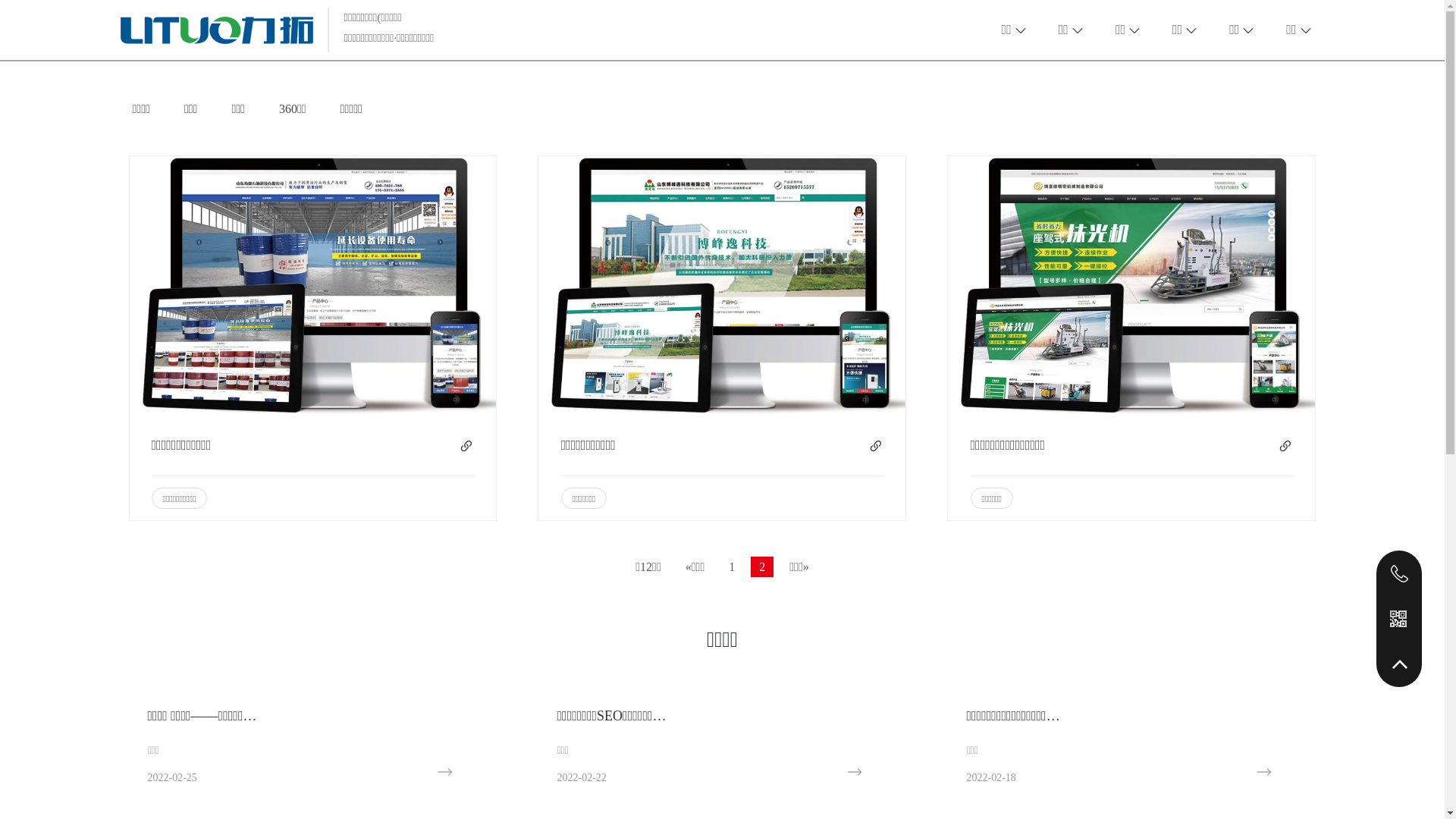  I want to click on '1', so click(731, 566).